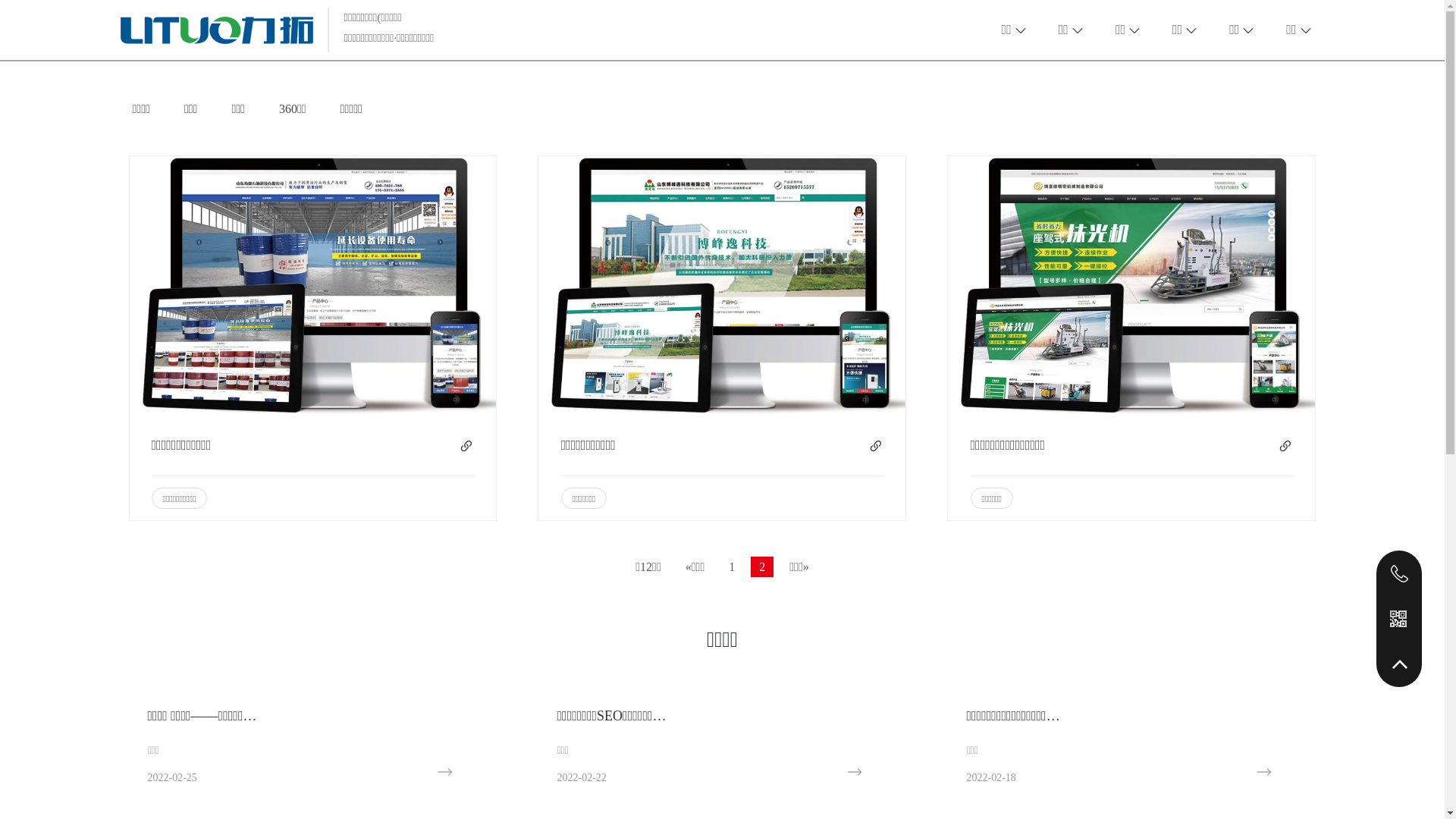  I want to click on '1', so click(731, 566).